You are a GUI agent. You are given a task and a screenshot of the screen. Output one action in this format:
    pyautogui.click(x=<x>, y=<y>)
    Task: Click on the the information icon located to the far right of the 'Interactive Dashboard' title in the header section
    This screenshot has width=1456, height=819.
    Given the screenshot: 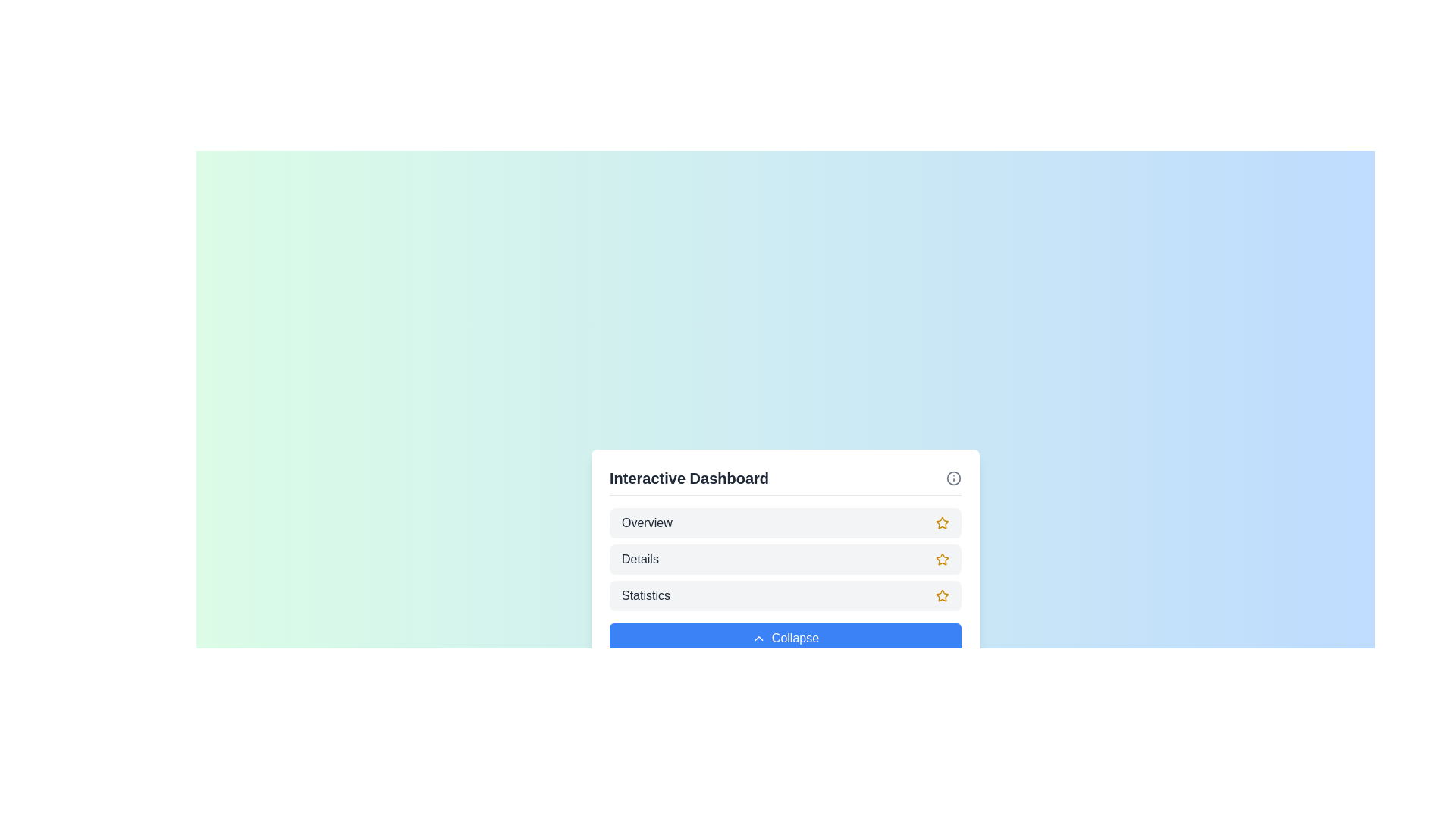 What is the action you would take?
    pyautogui.click(x=952, y=478)
    